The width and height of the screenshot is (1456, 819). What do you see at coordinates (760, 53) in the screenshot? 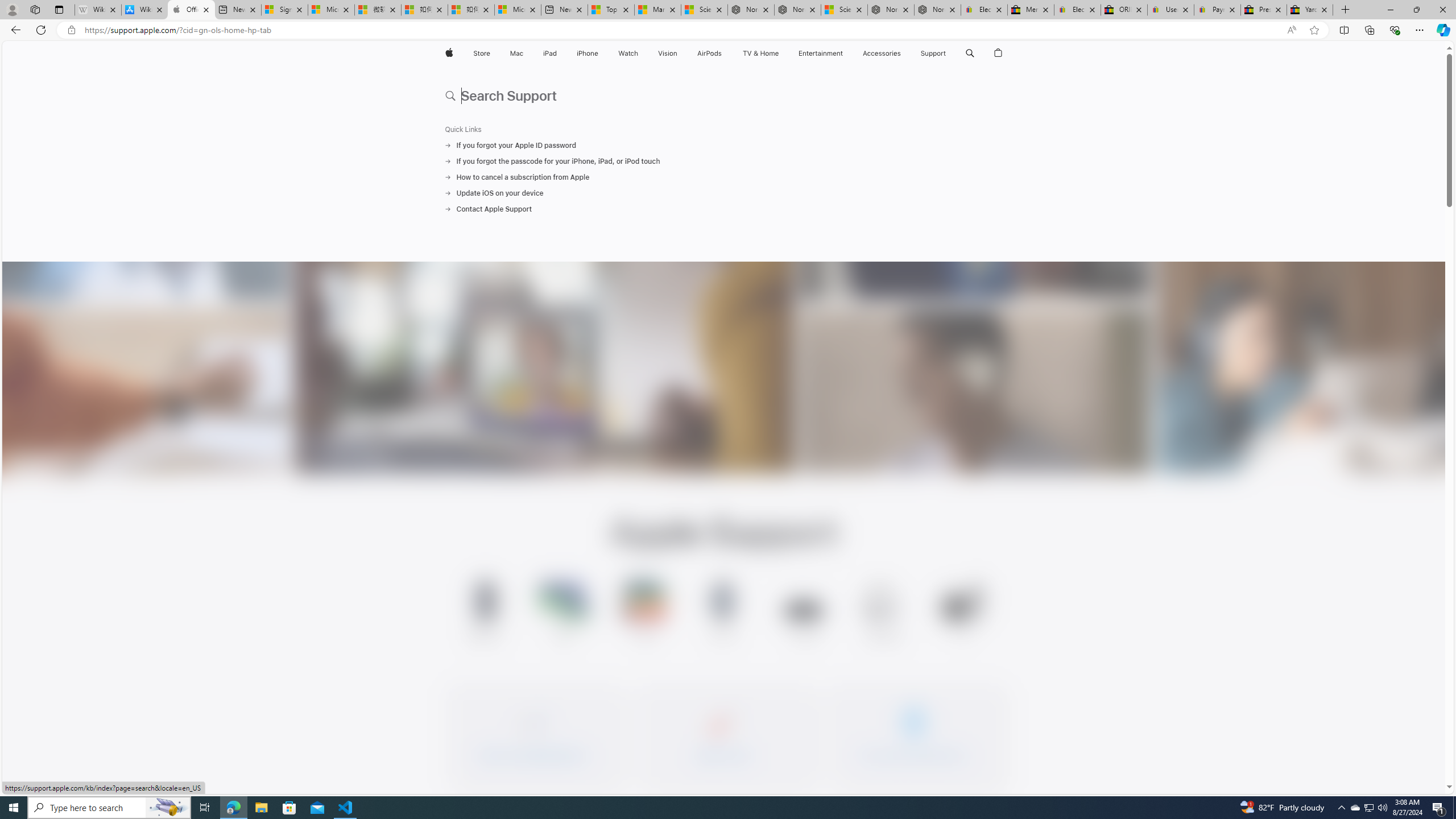
I see `'TV and Home'` at bounding box center [760, 53].